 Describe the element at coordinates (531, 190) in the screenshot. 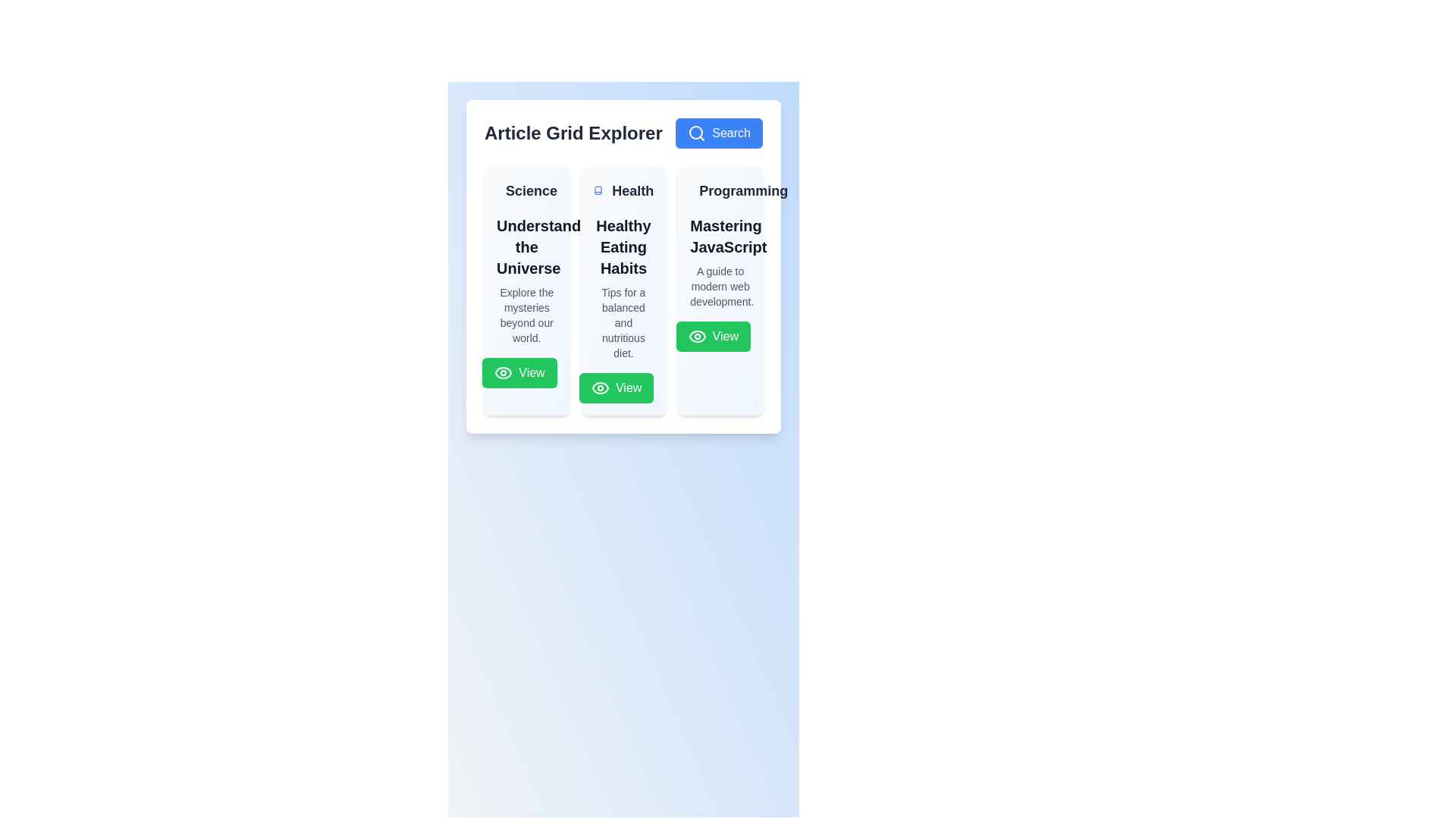

I see `the 'Science' text label, which is styled in bold and larger size, located at the top-left corner of the first card in the grid, serving as the category label for the card titled 'Understand the Universe'` at that location.